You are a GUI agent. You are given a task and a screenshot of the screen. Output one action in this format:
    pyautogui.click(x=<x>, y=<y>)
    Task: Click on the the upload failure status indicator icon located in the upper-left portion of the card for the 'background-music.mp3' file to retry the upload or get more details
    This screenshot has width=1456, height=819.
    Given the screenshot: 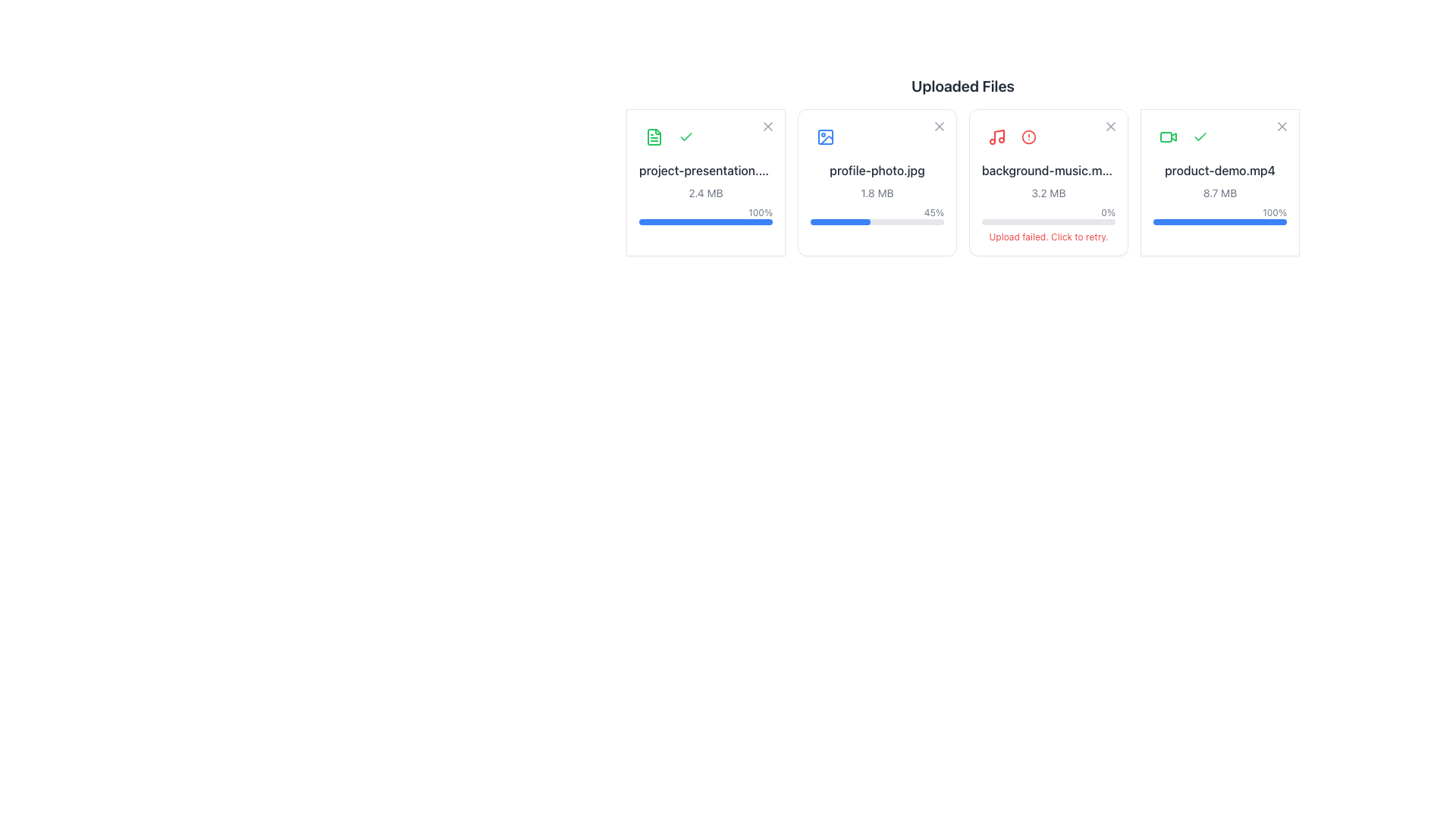 What is the action you would take?
    pyautogui.click(x=997, y=137)
    